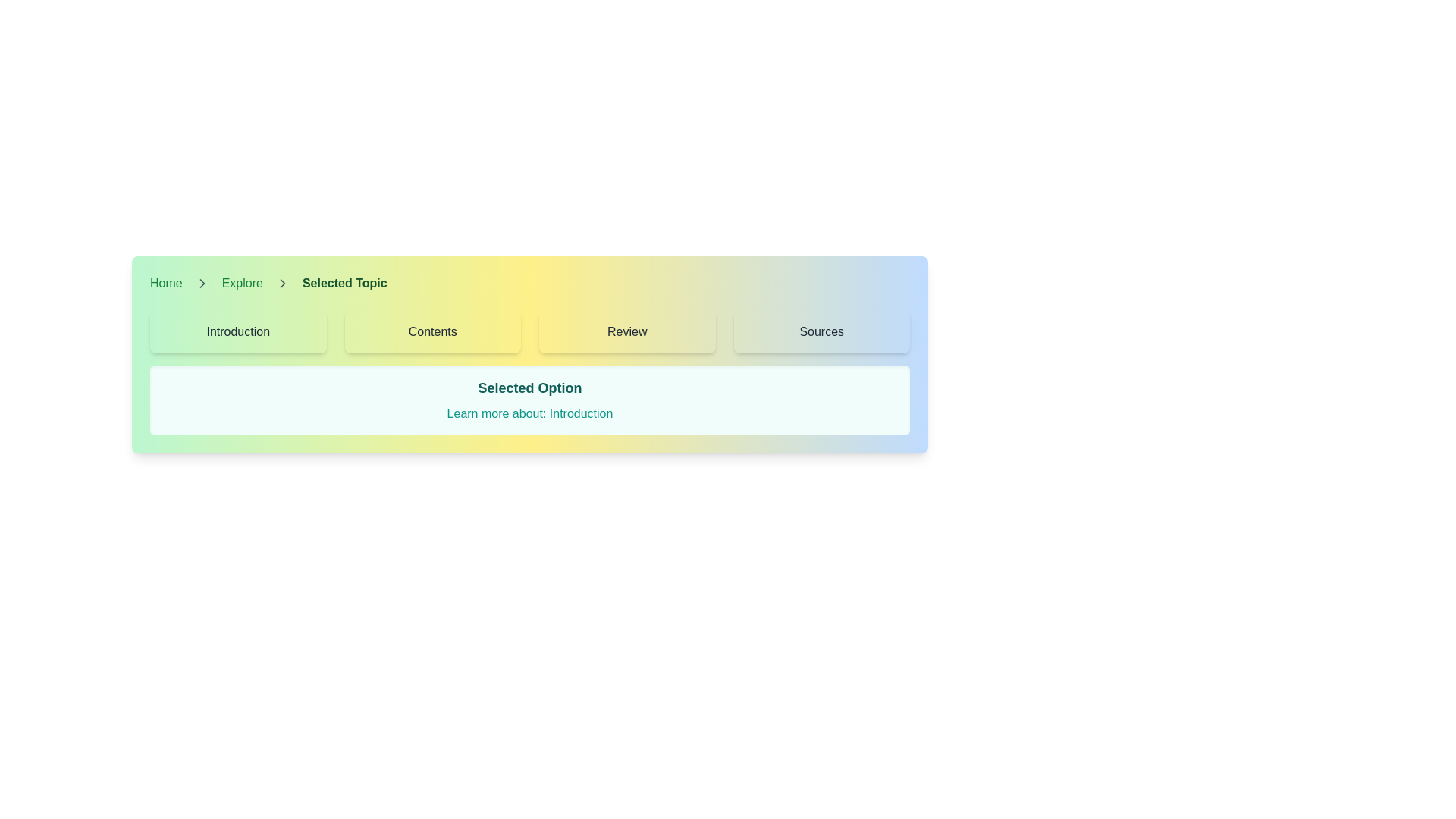 This screenshot has height=819, width=1456. I want to click on the breadcrumb separator icon located between 'Explore' and 'Selected Topic' in the navigation bar, so click(201, 284).